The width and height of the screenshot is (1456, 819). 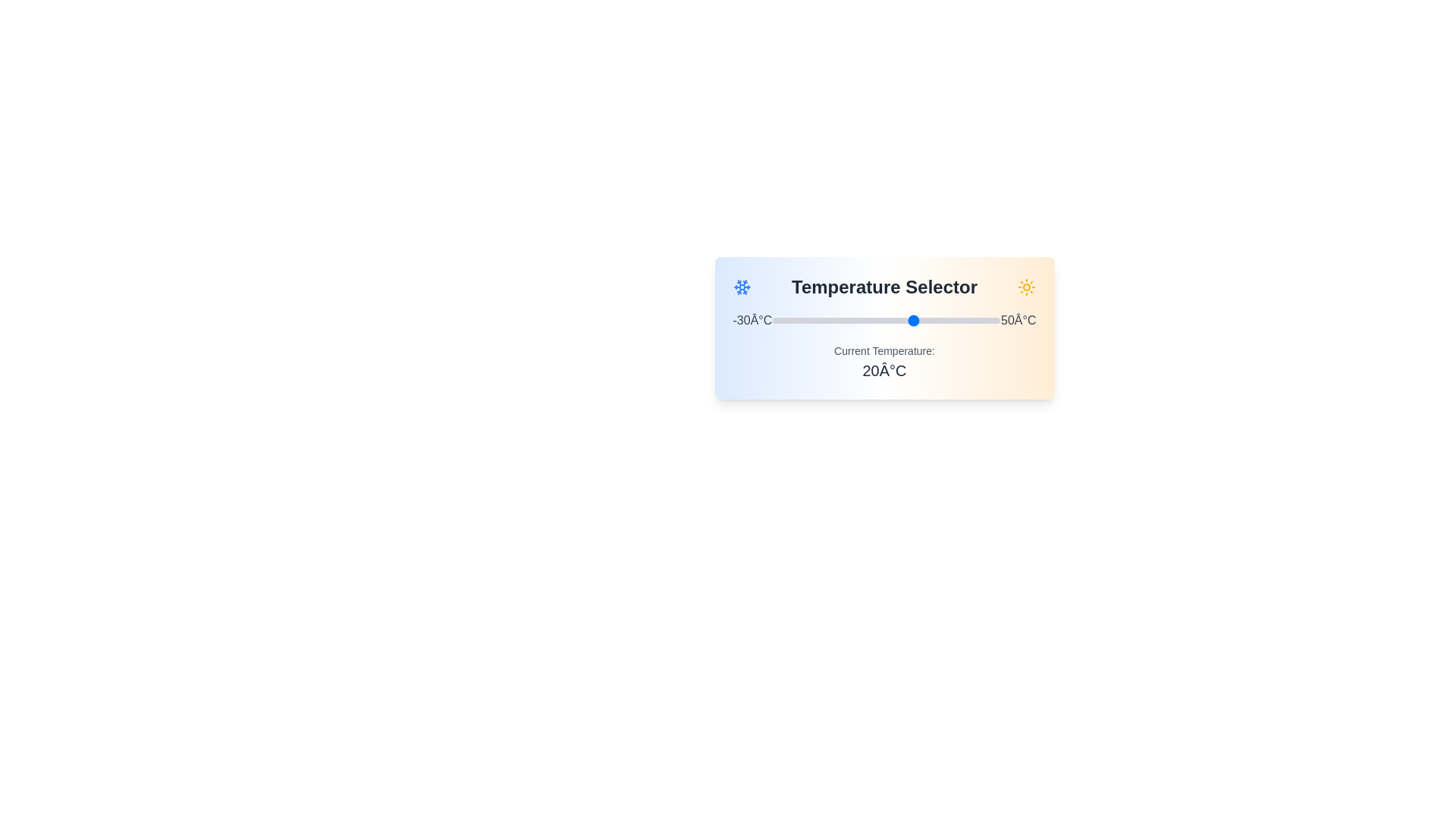 What do you see at coordinates (906, 320) in the screenshot?
I see `the temperature` at bounding box center [906, 320].